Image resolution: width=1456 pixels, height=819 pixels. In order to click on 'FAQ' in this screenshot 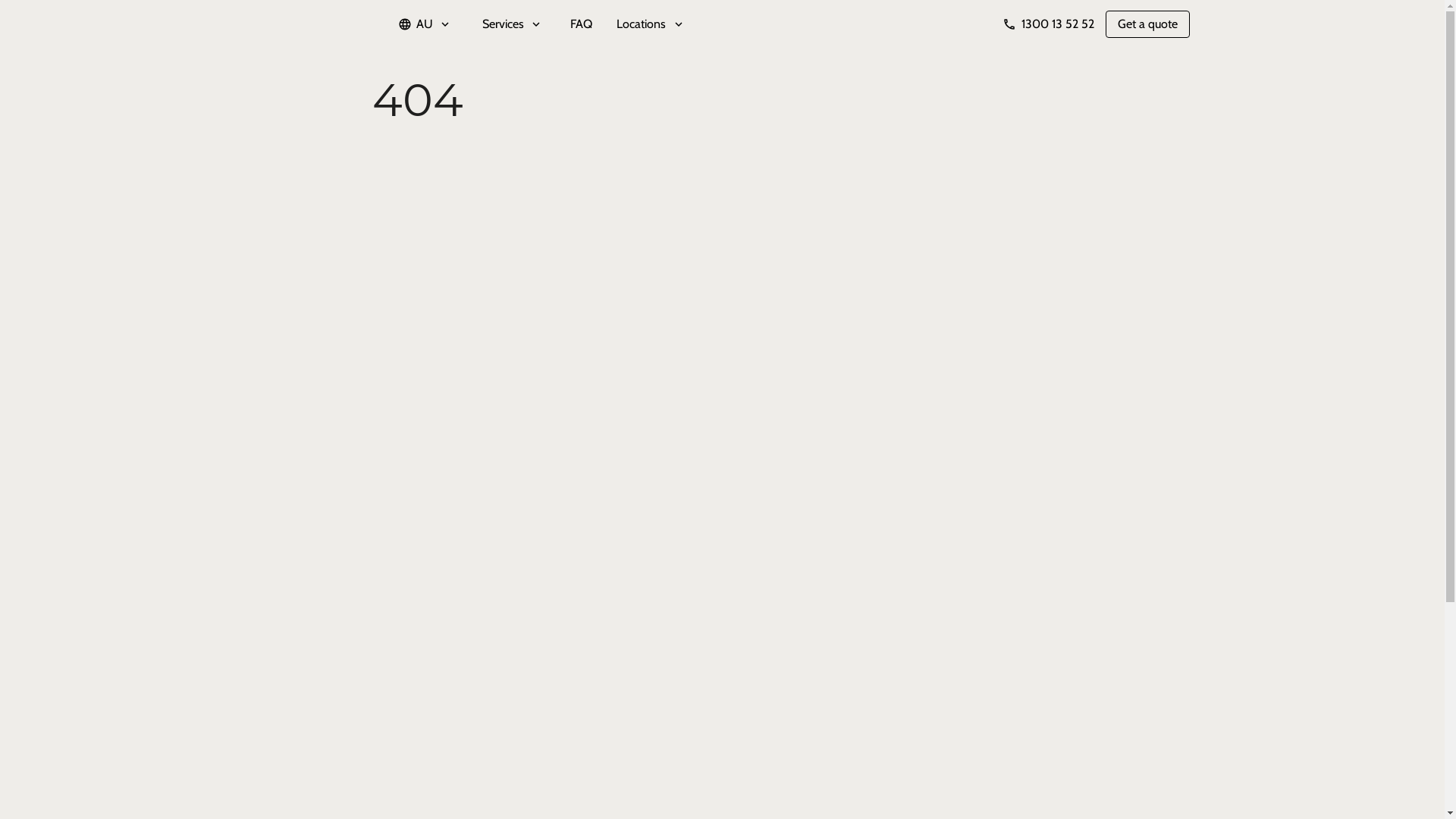, I will do `click(580, 24)`.